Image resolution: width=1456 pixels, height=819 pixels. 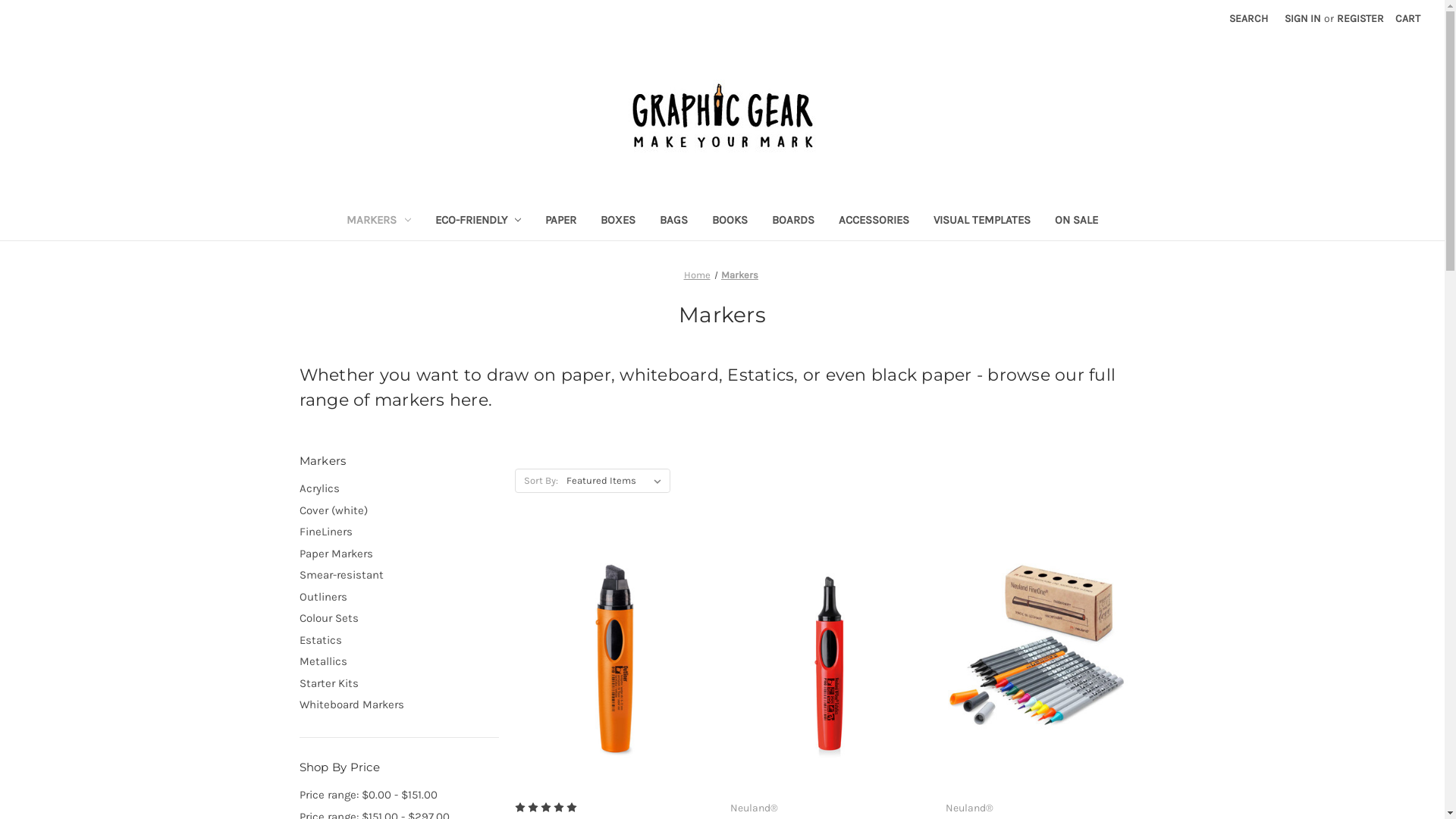 I want to click on 'PAPER', so click(x=560, y=221).